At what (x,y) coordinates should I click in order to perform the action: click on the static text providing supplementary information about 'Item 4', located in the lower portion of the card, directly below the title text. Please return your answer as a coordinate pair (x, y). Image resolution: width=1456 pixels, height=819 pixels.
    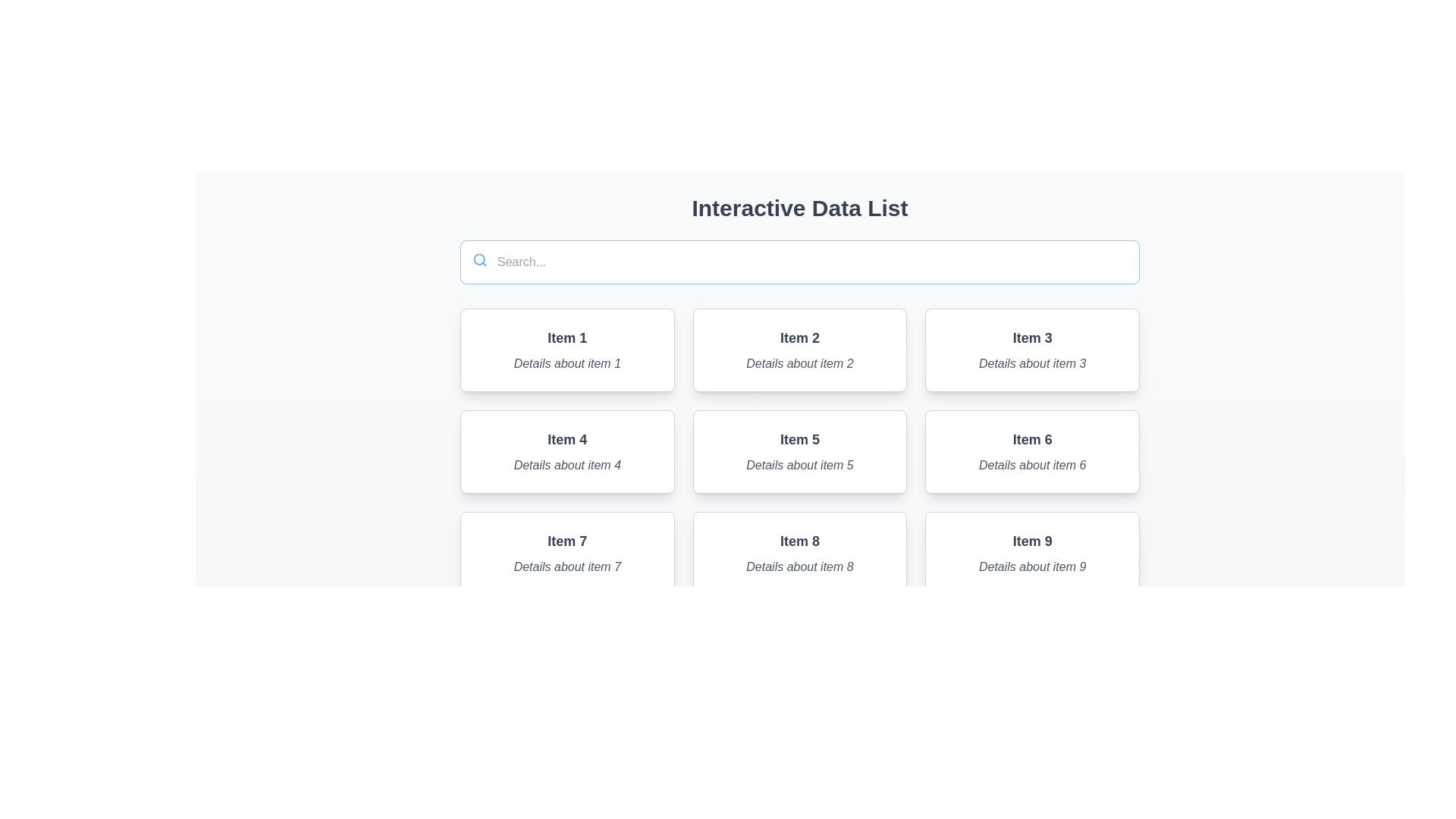
    Looking at the image, I should click on (566, 464).